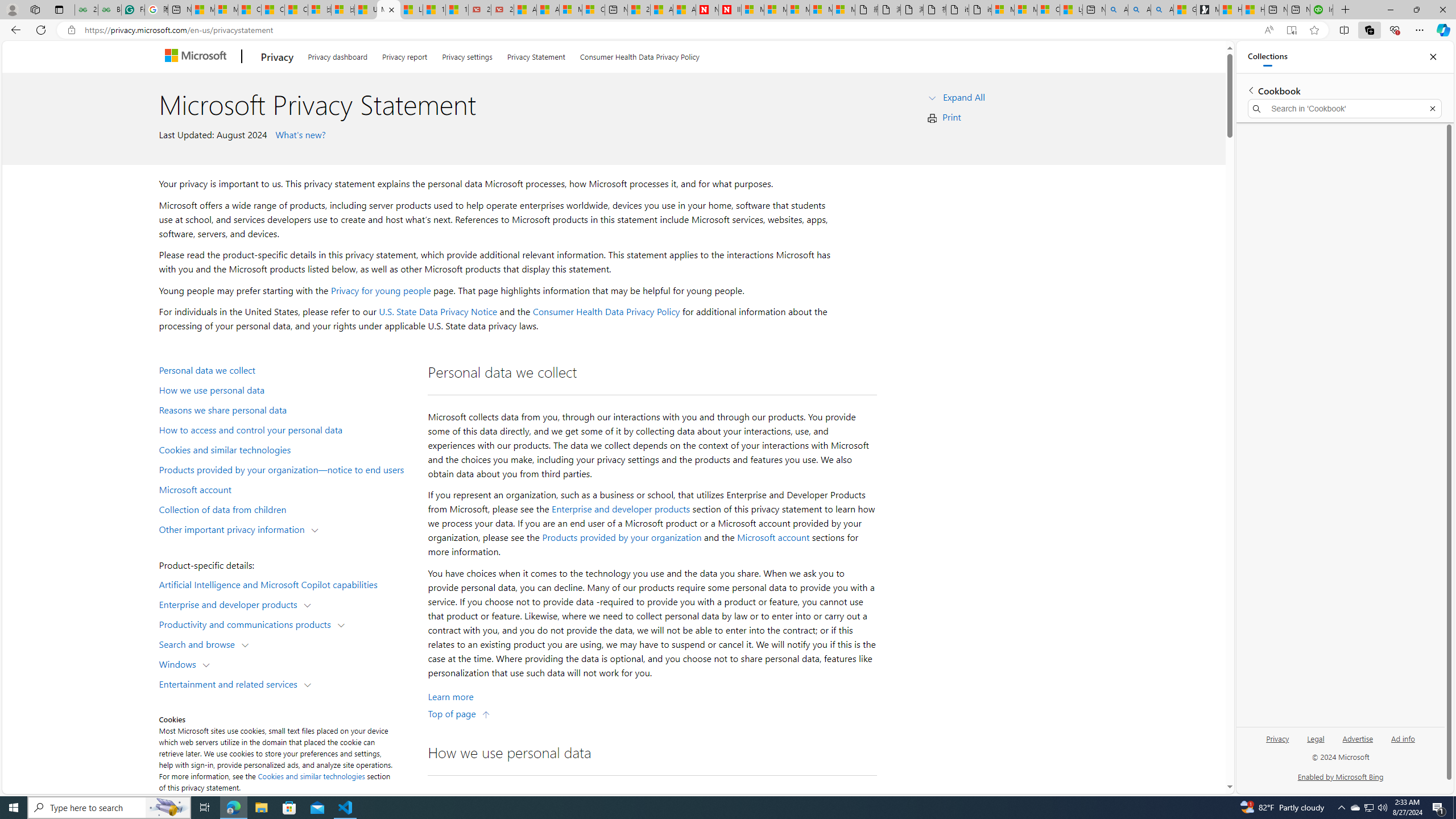  I want to click on 'Privacy settings', so click(466, 55).